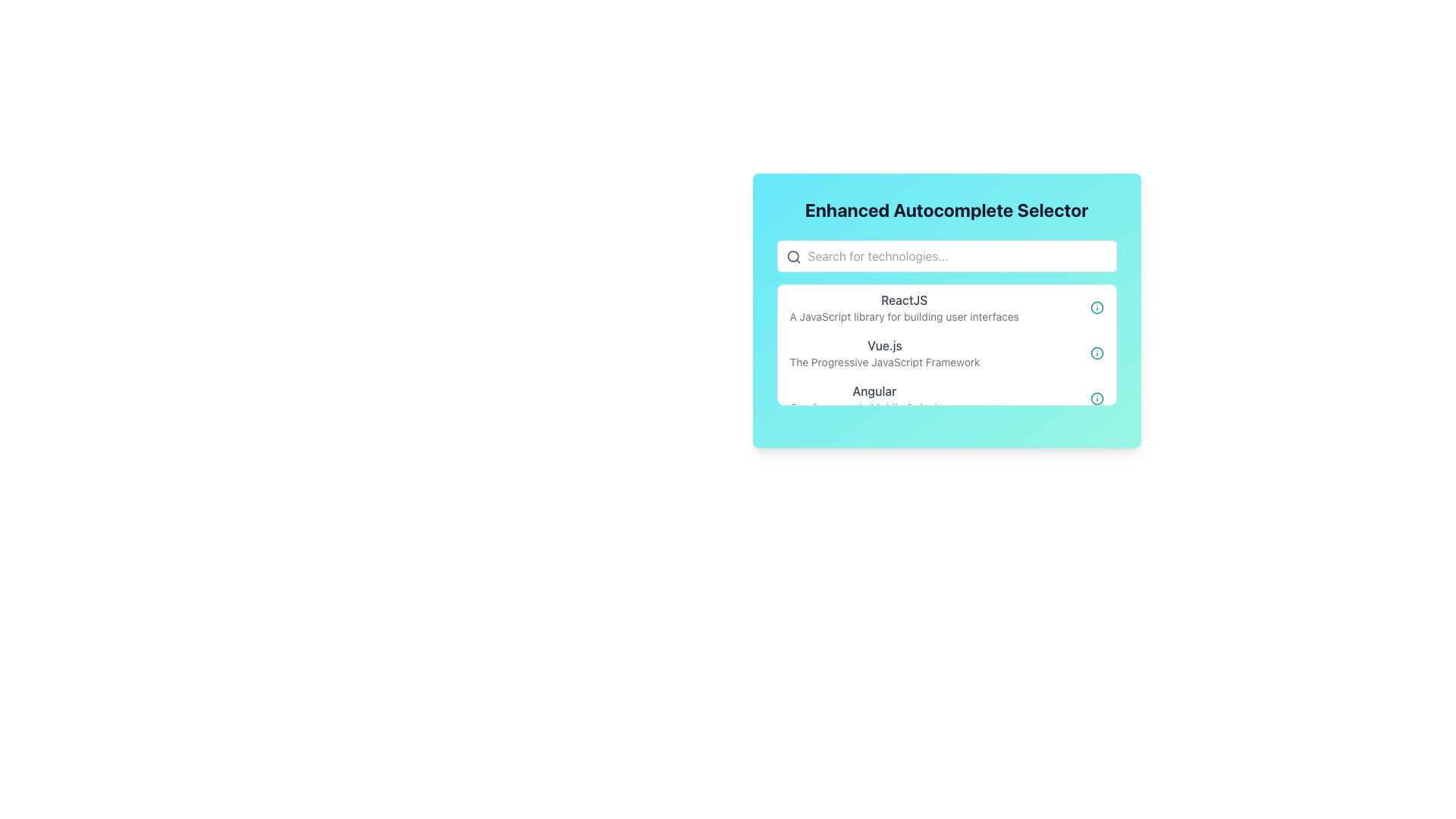 The image size is (1456, 819). Describe the element at coordinates (904, 300) in the screenshot. I see `the text label that serves as the title of an item in the dropdown list, positioned above the description 'A JavaScript library for building user interfaces.'` at that location.